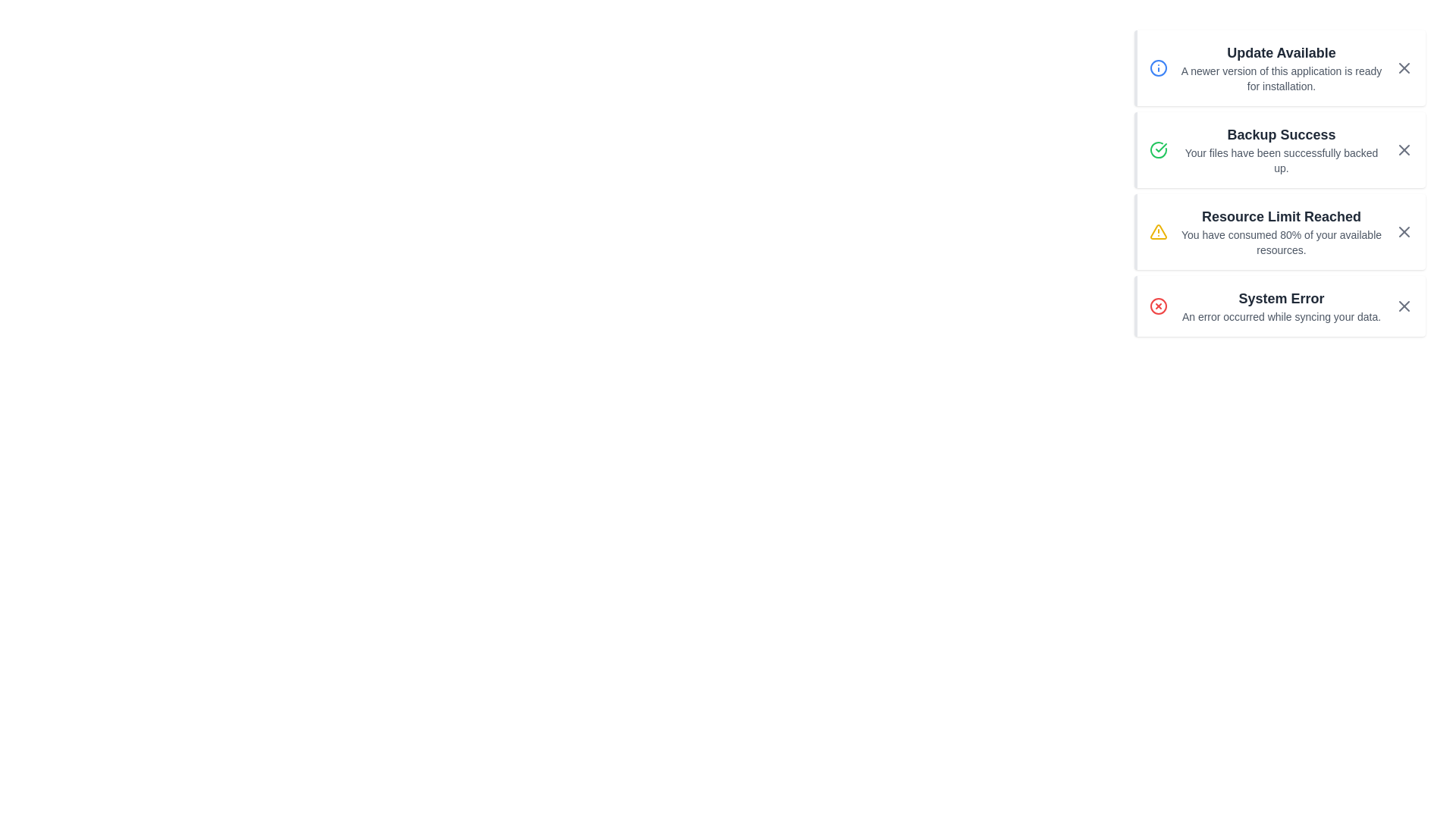  What do you see at coordinates (1280, 79) in the screenshot?
I see `the text element that reads 'A newer version of this application is ready for installation.', which is styled in a smaller font size and gray color, located directly below the title 'Update Available' in the notification block` at bounding box center [1280, 79].